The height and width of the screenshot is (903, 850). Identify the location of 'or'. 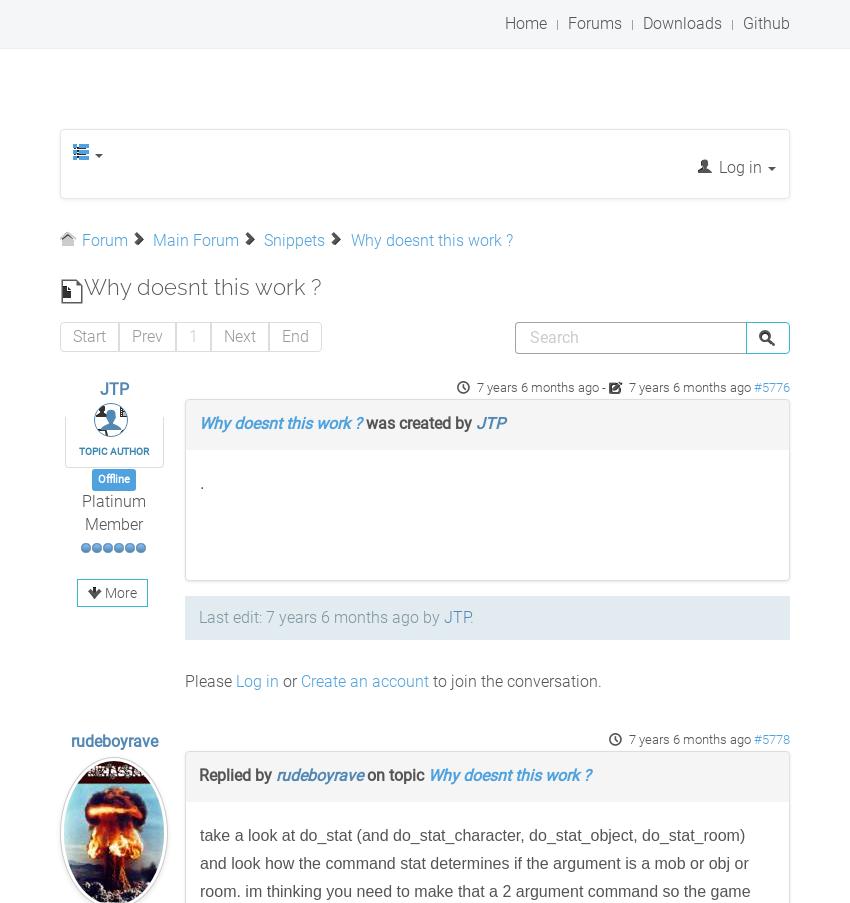
(289, 680).